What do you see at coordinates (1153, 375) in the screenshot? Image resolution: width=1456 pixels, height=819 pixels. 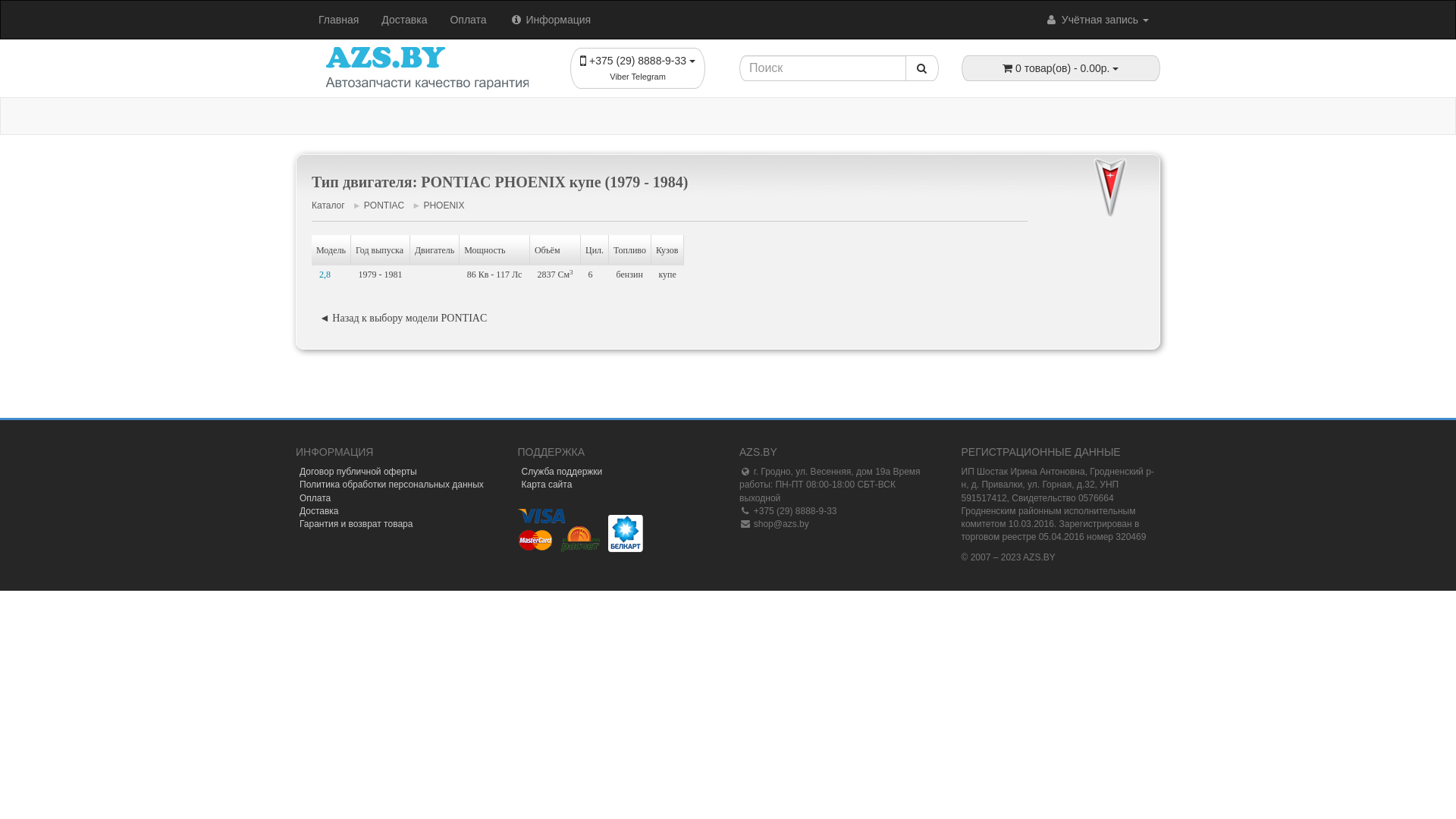 I see `'3001'` at bounding box center [1153, 375].